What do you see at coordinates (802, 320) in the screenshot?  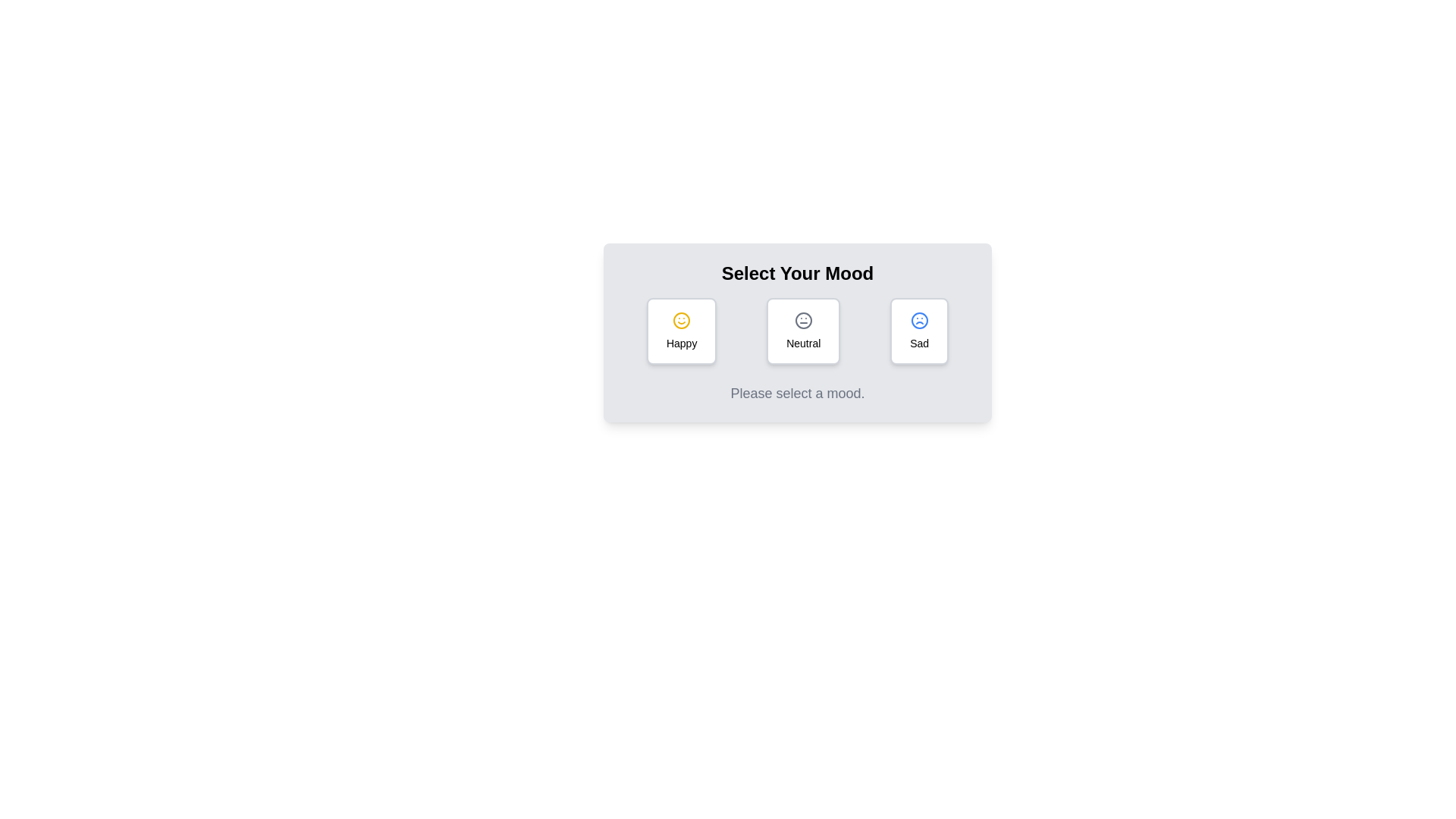 I see `the center of the neutral mood vector graphic icon in the mood selection interface` at bounding box center [802, 320].